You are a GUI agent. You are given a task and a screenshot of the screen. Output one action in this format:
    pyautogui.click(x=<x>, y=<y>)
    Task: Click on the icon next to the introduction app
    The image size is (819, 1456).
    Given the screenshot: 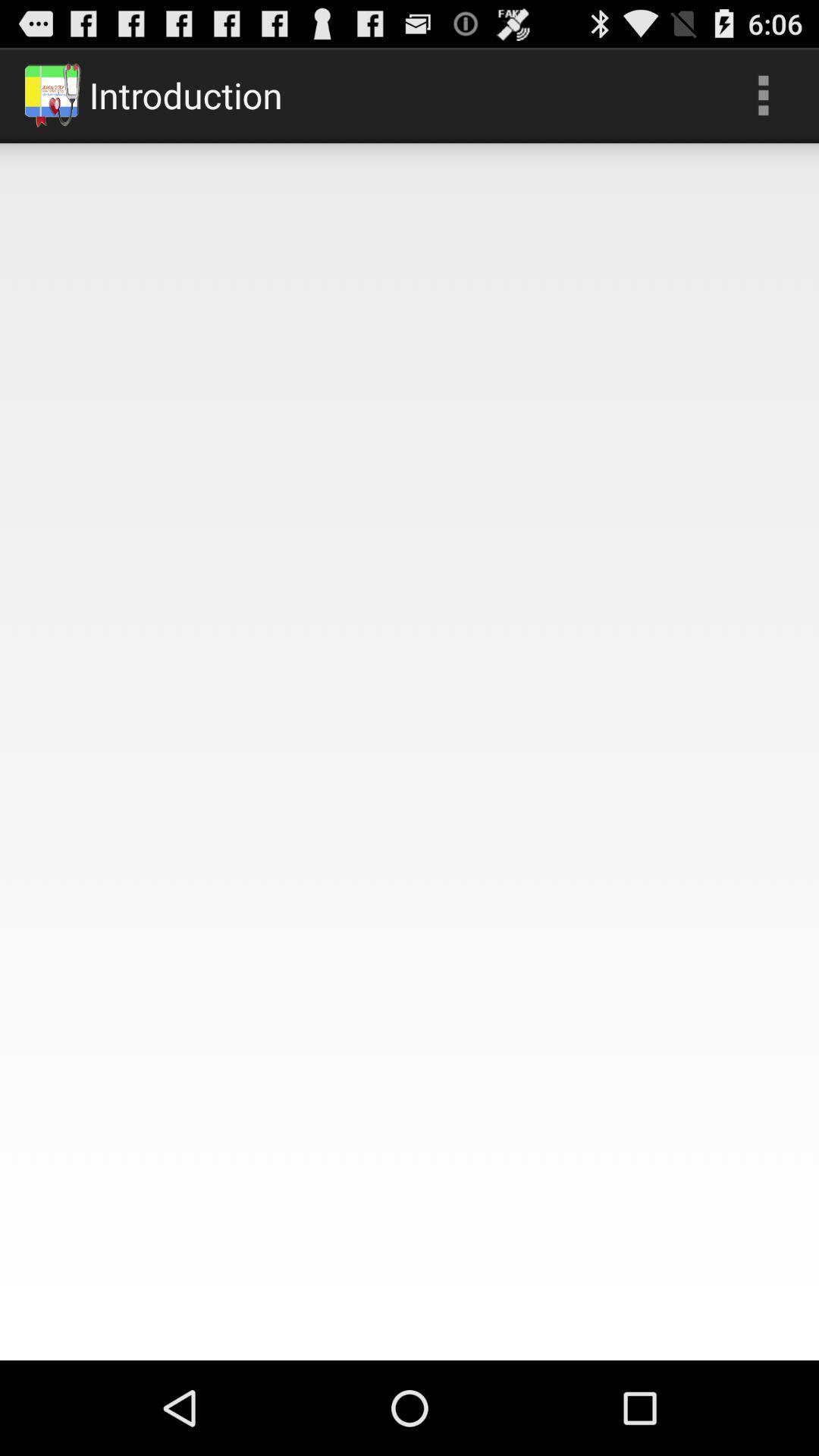 What is the action you would take?
    pyautogui.click(x=763, y=94)
    